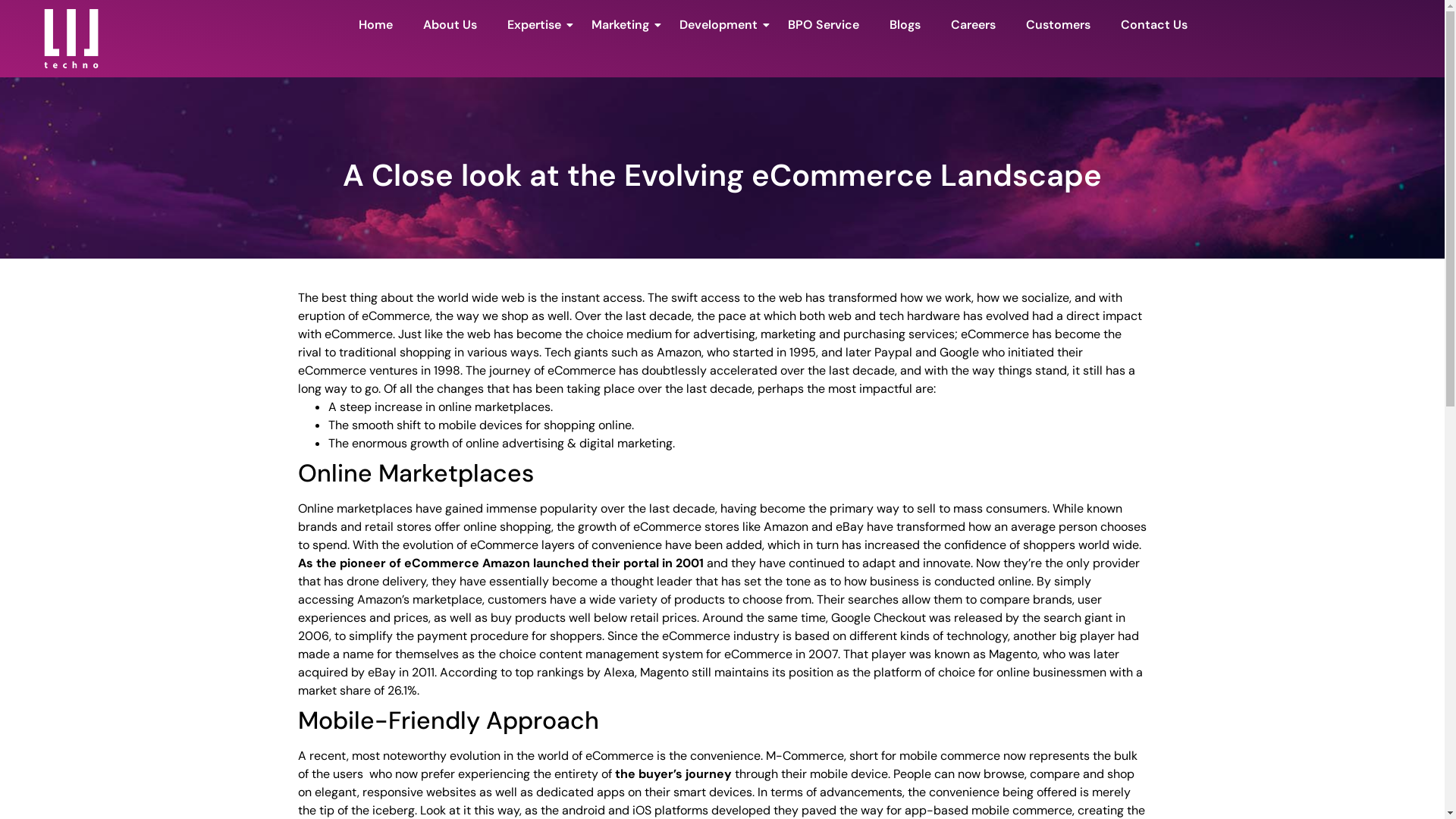 The image size is (1456, 819). Describe the element at coordinates (905, 26) in the screenshot. I see `'Blogs'` at that location.